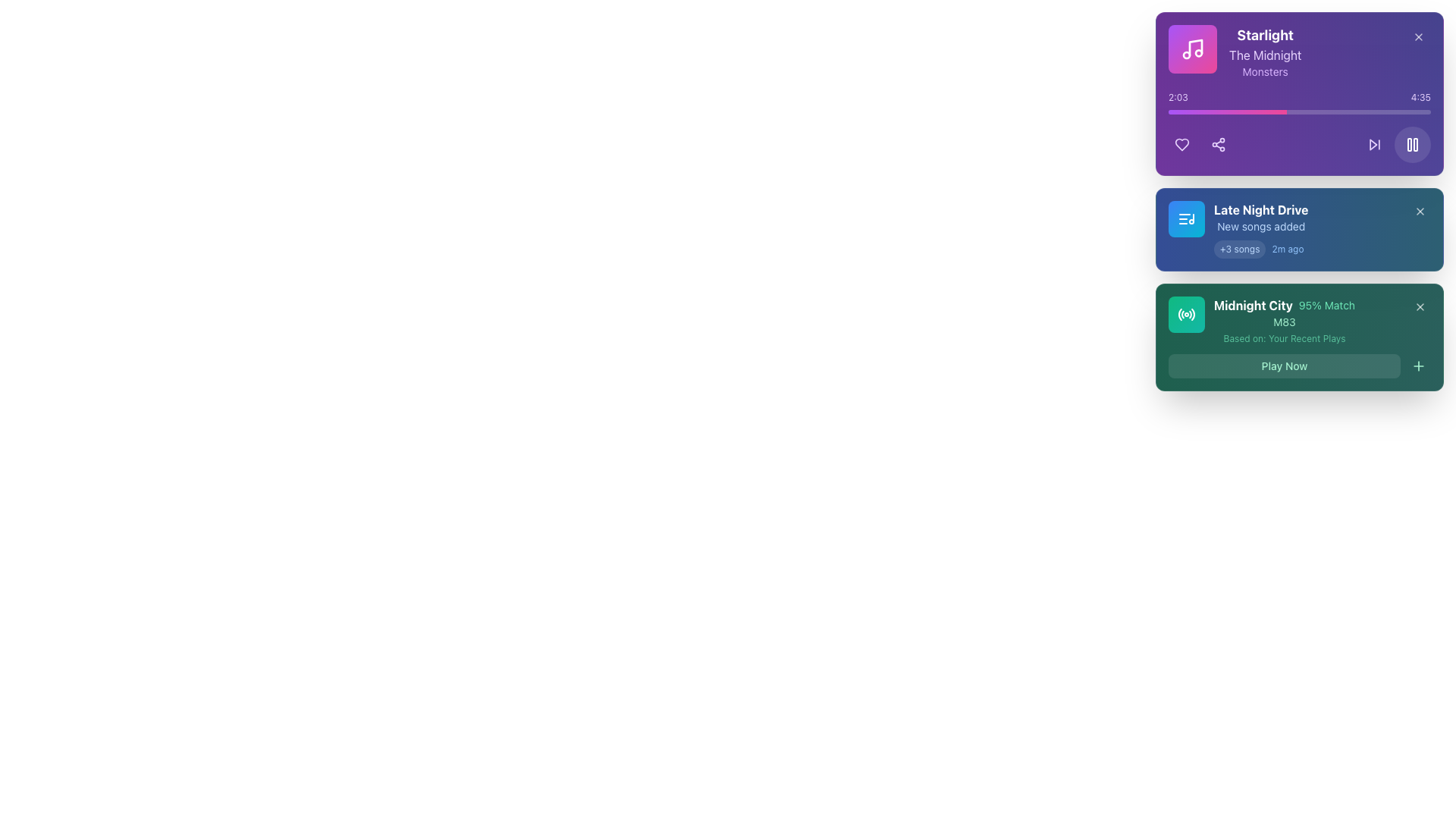  I want to click on the favorite button located in the bottom-left corner of the first card, adjacent to the share icon, so click(1181, 145).